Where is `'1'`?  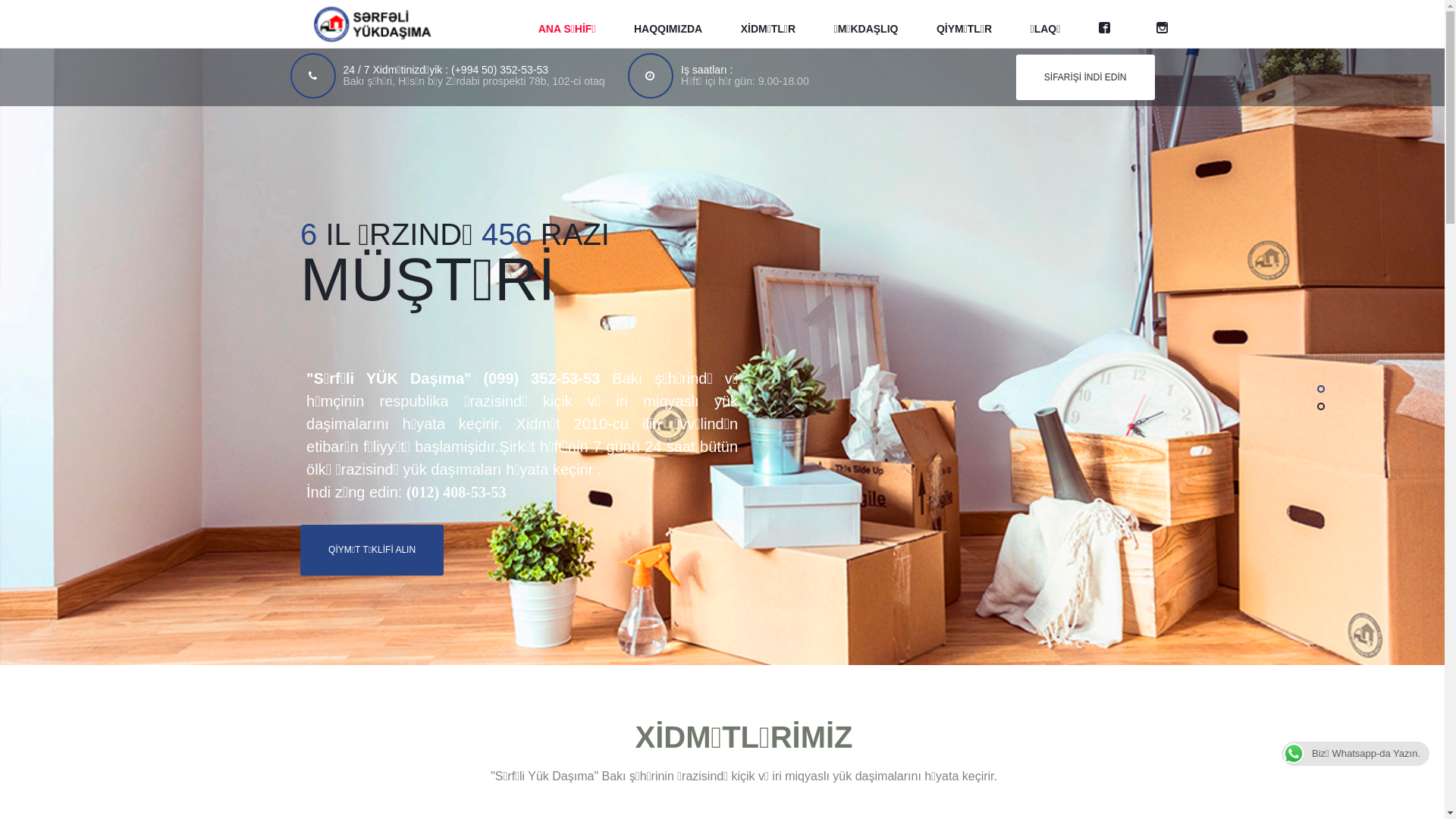
'1' is located at coordinates (1320, 388).